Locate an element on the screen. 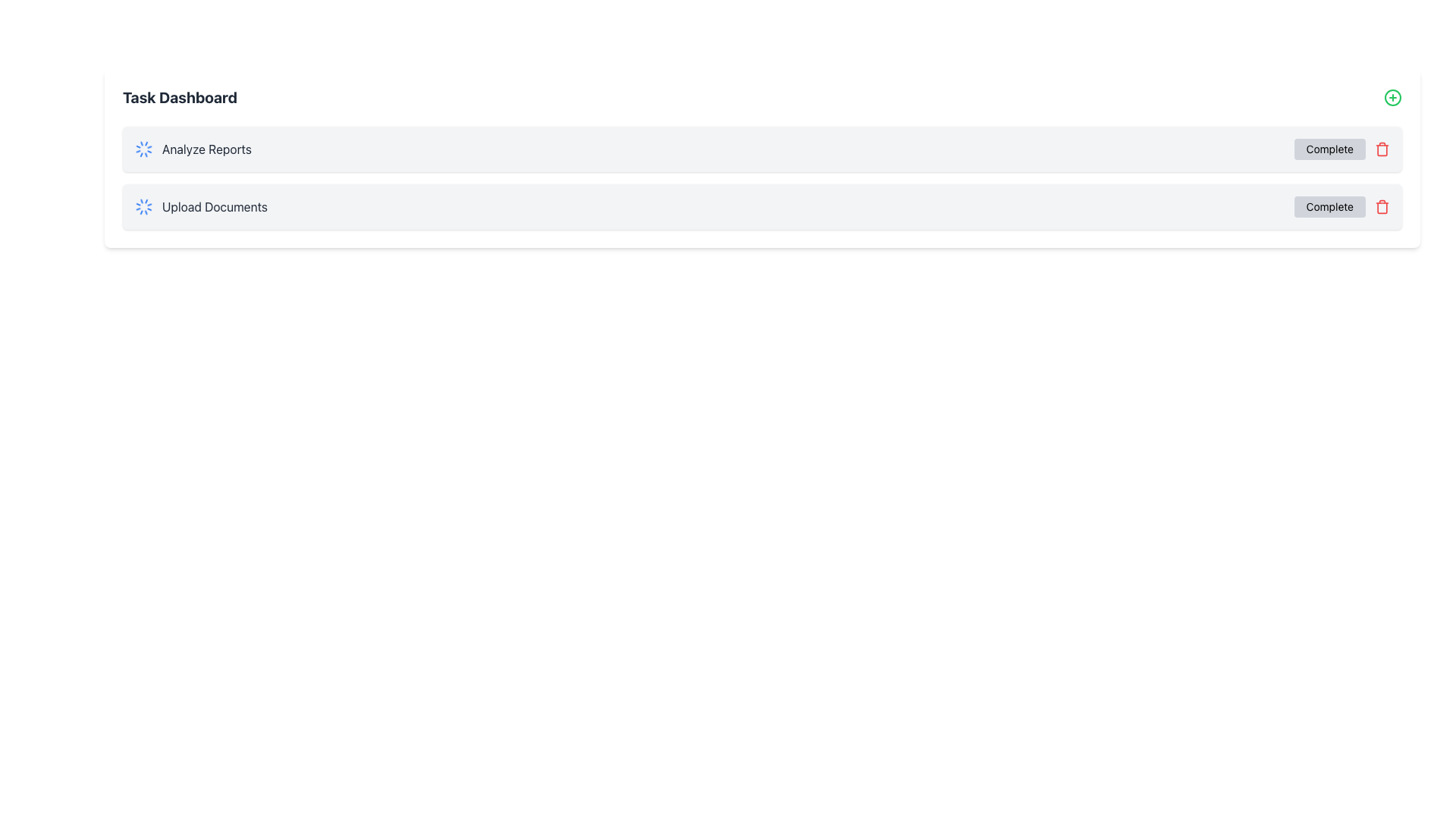 The image size is (1456, 819). the 'plus' action button located on the far right side of the header section of the 'Task Dashboard' is located at coordinates (1393, 97).